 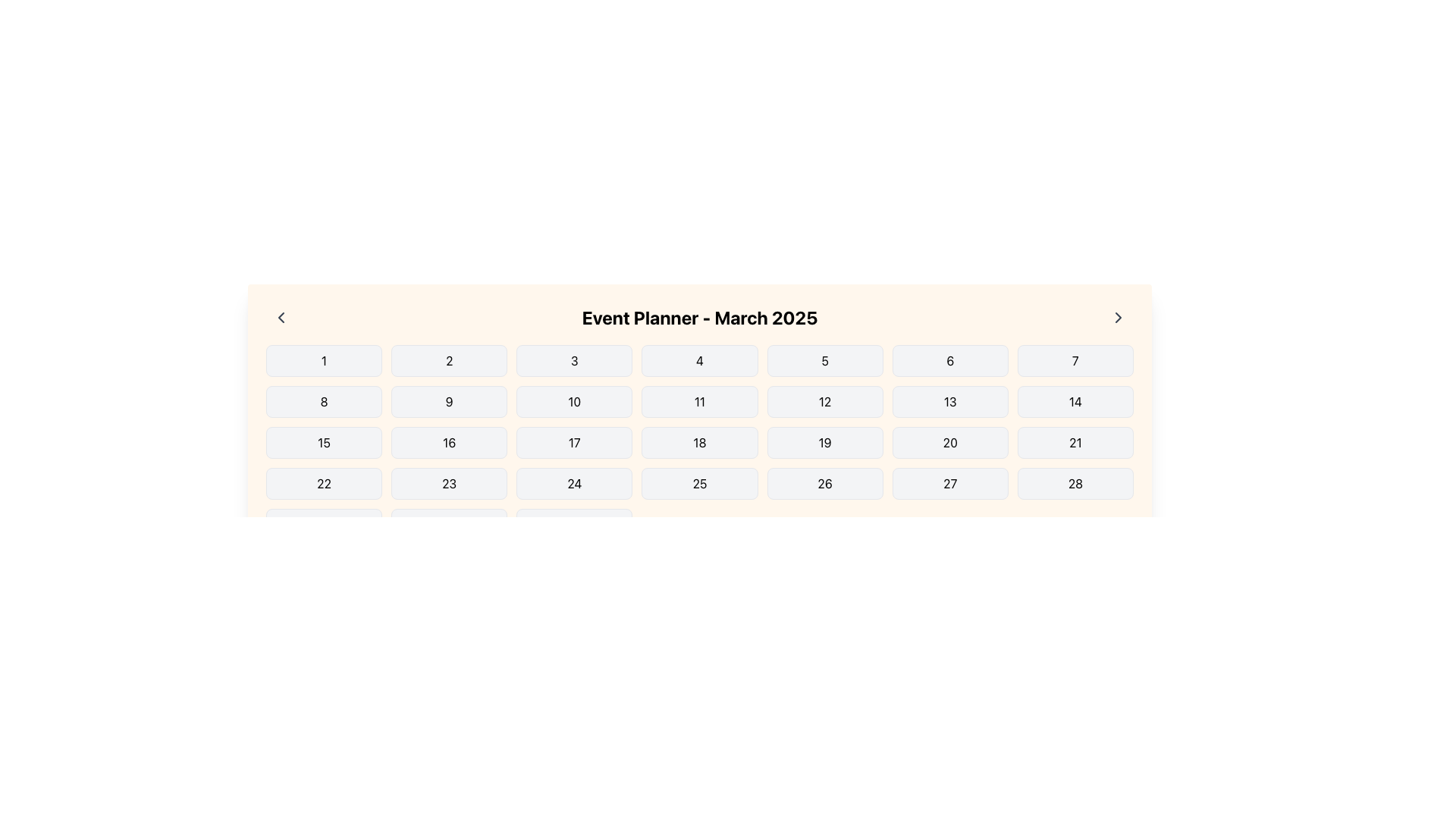 What do you see at coordinates (323, 483) in the screenshot?
I see `the static text representing the date entry (22nd) in the fourth row and fourth column of the calendar interface` at bounding box center [323, 483].